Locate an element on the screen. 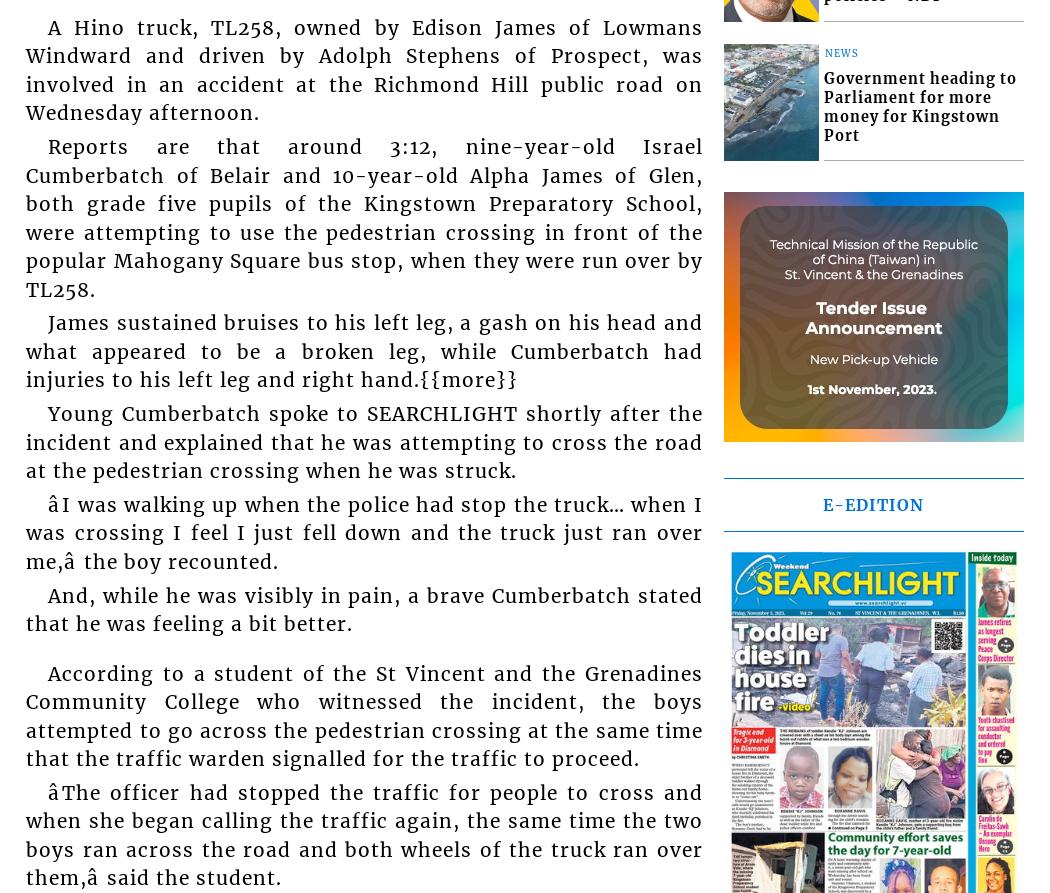  'A Hino truck, TL258, owned by Edison James of Lowmans Windward and driven by Adolph Stephens of Prospect, was involved in an accident at the Richmond Hill public road on Wednesday afternoon.' is located at coordinates (363, 70).